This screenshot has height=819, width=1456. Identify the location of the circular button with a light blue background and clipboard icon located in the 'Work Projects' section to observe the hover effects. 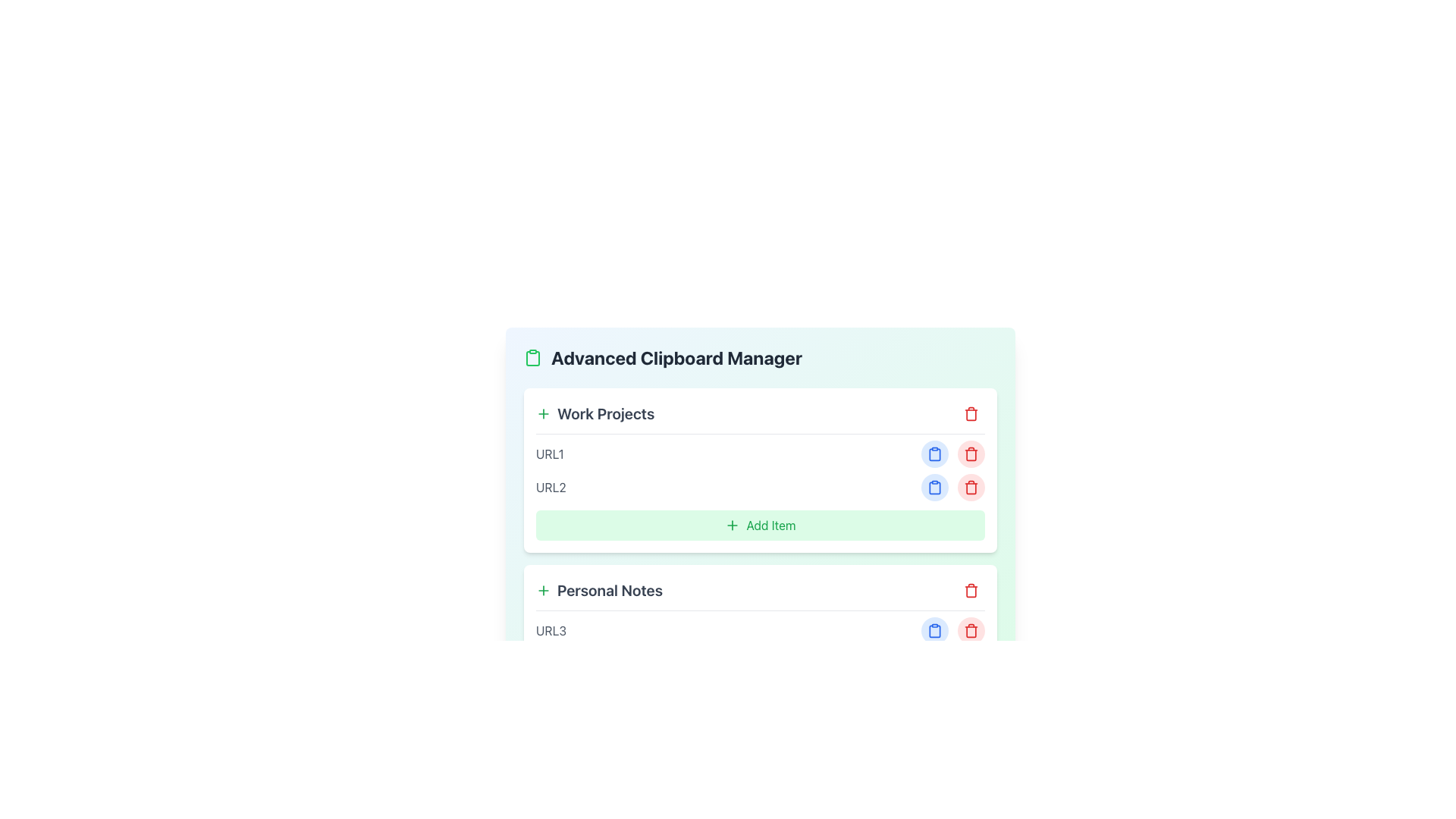
(934, 488).